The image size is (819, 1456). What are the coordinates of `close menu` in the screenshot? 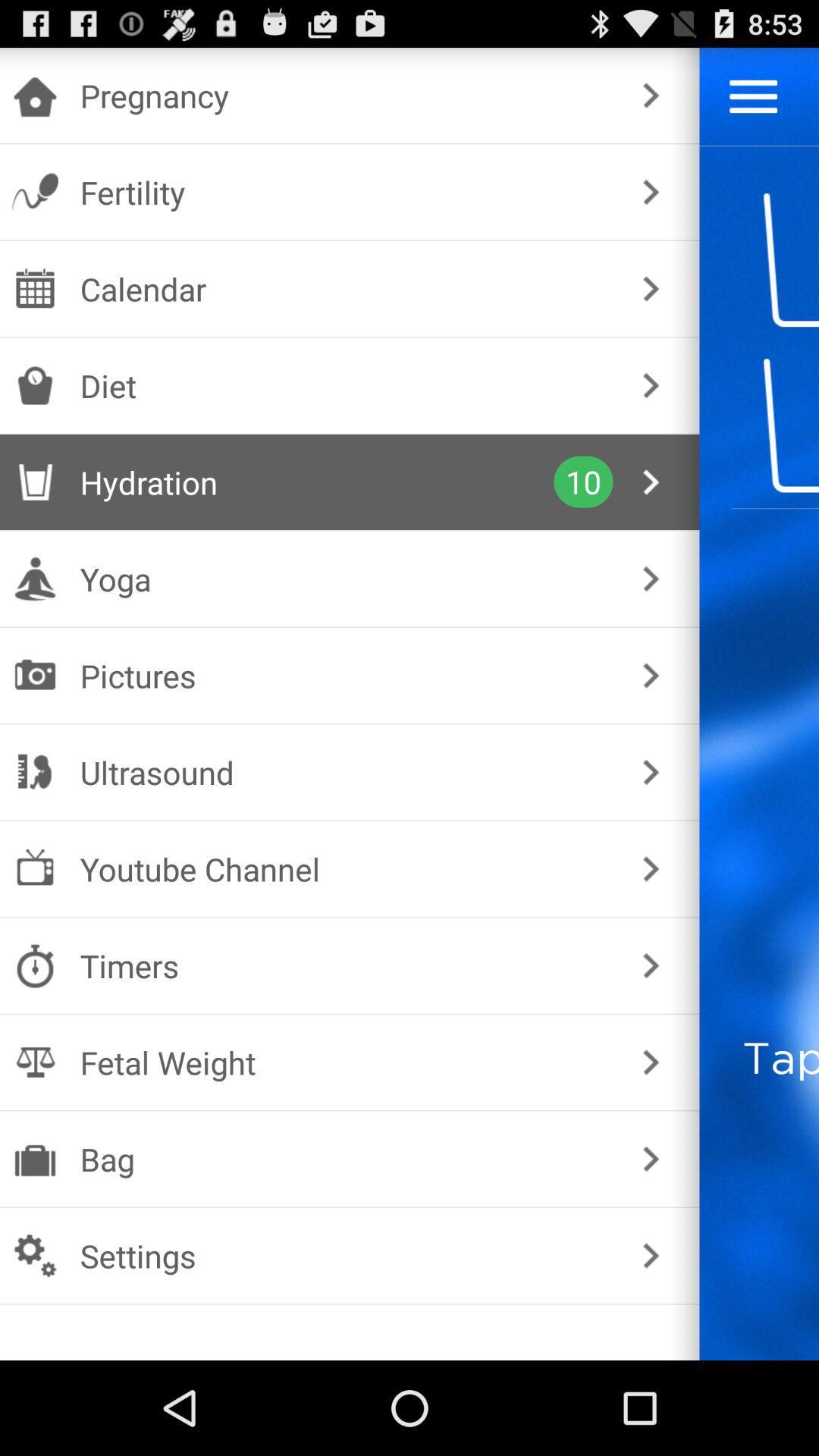 It's located at (753, 96).